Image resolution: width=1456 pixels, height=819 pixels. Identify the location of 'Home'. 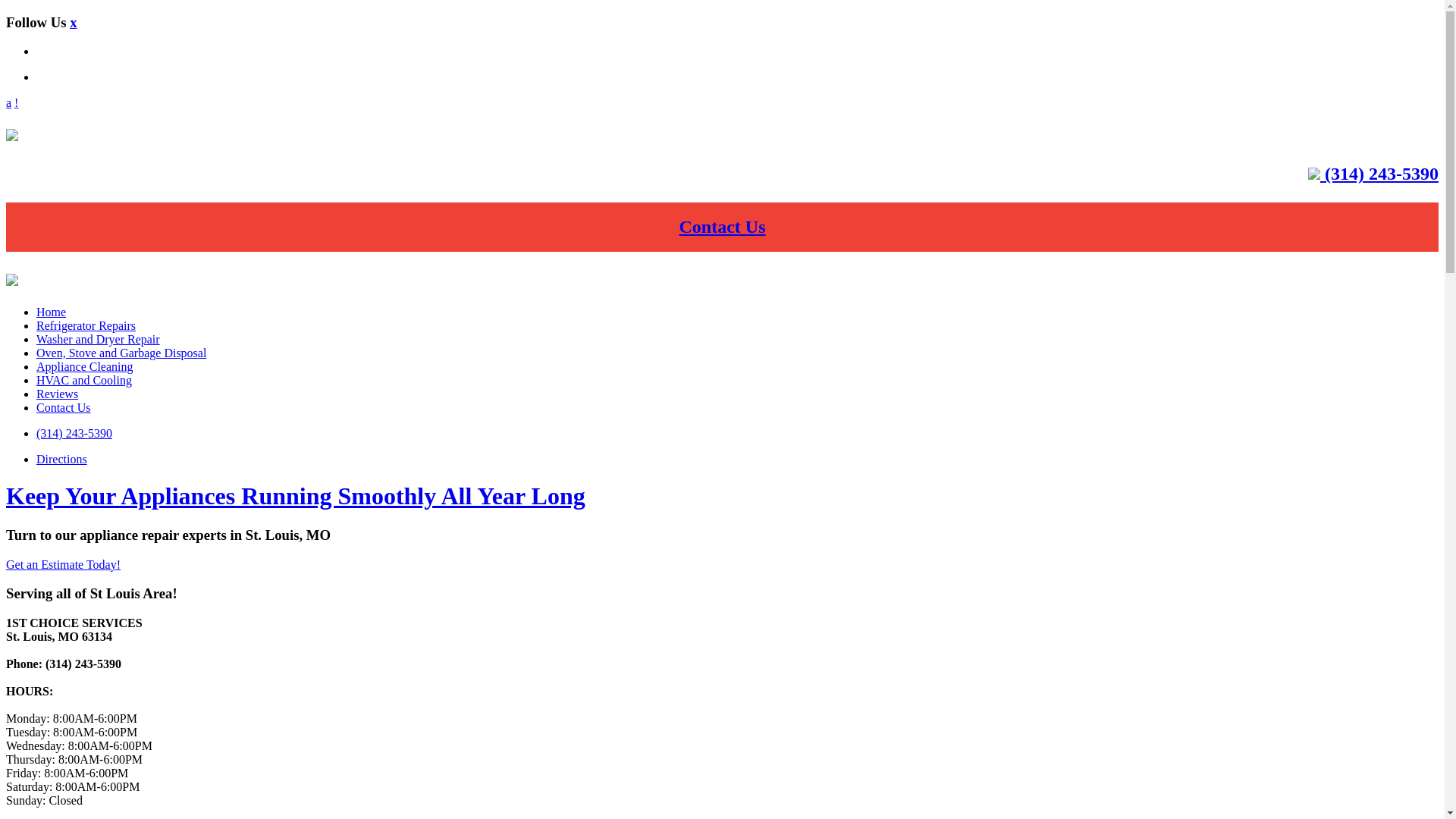
(51, 311).